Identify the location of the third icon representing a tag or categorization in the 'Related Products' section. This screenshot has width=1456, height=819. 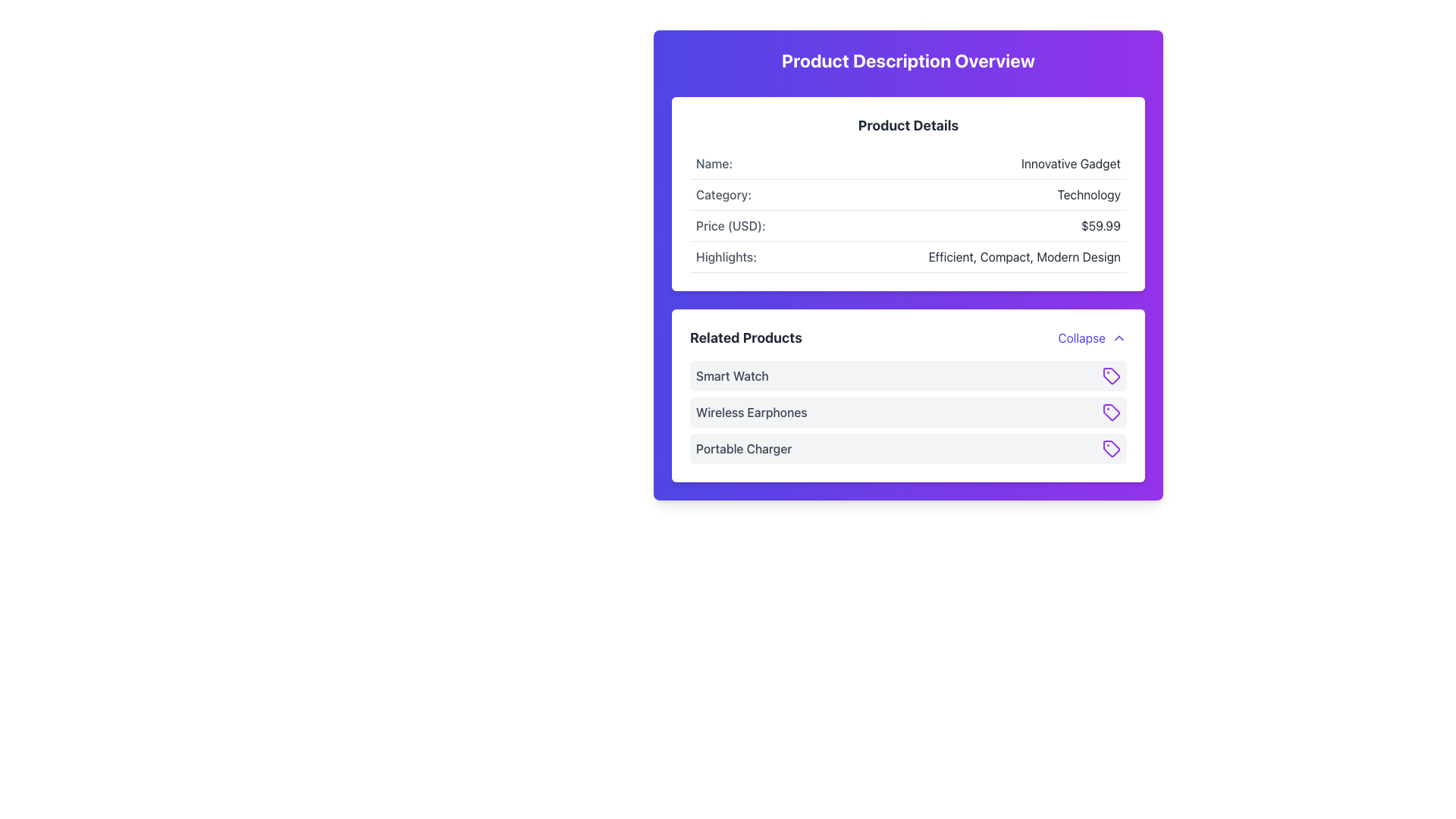
(1111, 447).